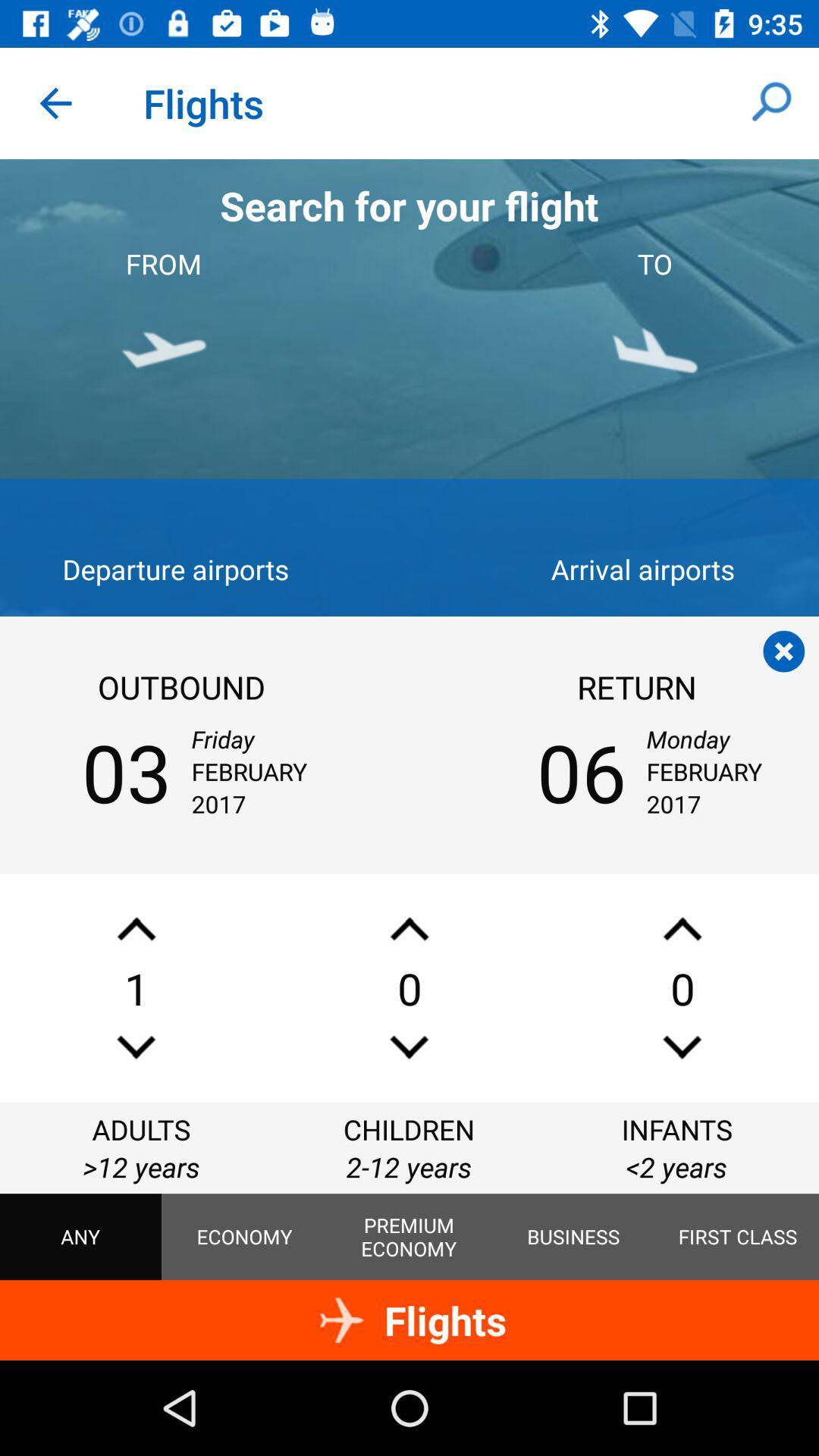 The image size is (819, 1456). I want to click on remove the number of children, so click(409, 1046).